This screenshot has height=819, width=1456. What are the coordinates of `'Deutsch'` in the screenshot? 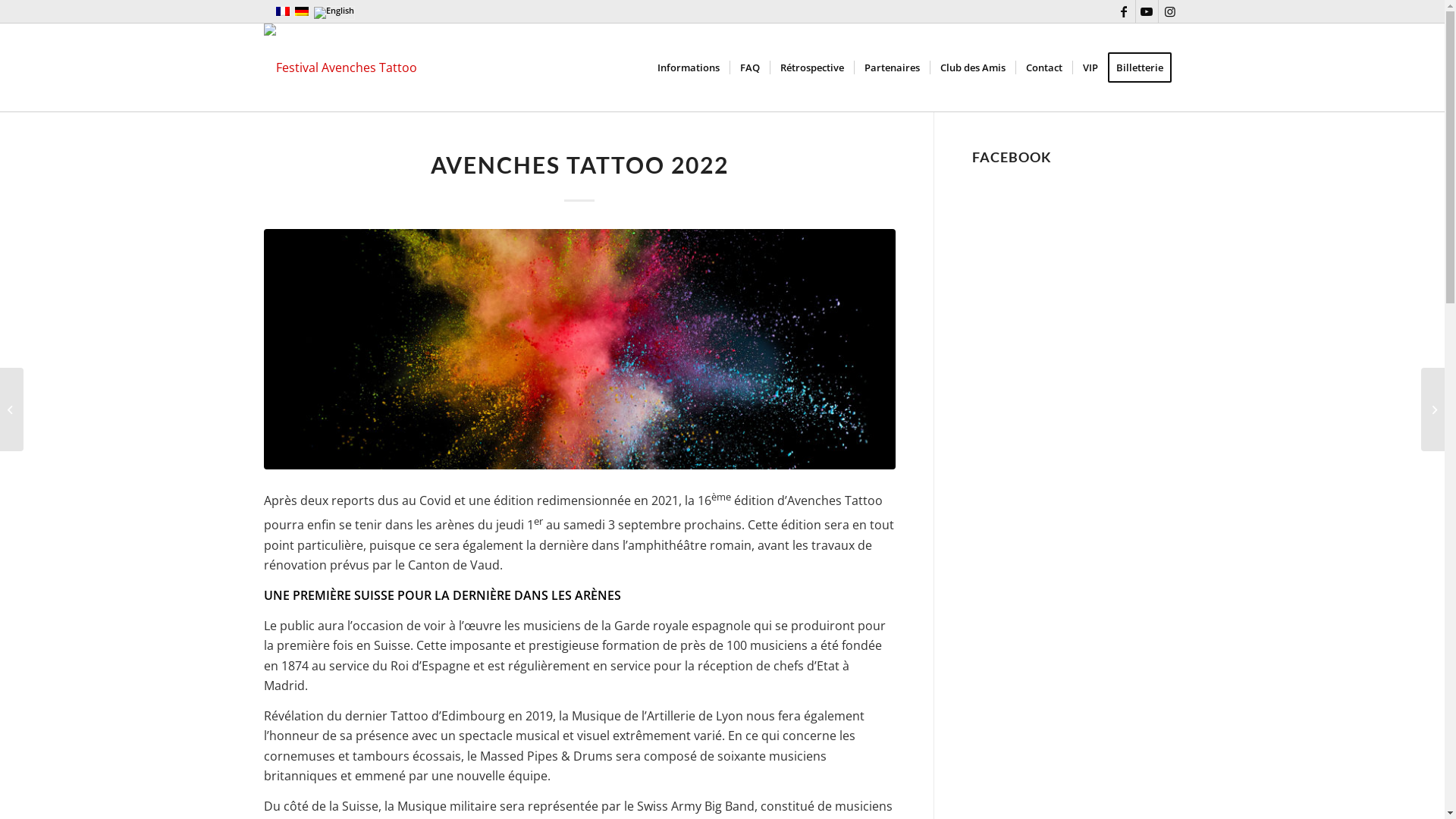 It's located at (302, 11).